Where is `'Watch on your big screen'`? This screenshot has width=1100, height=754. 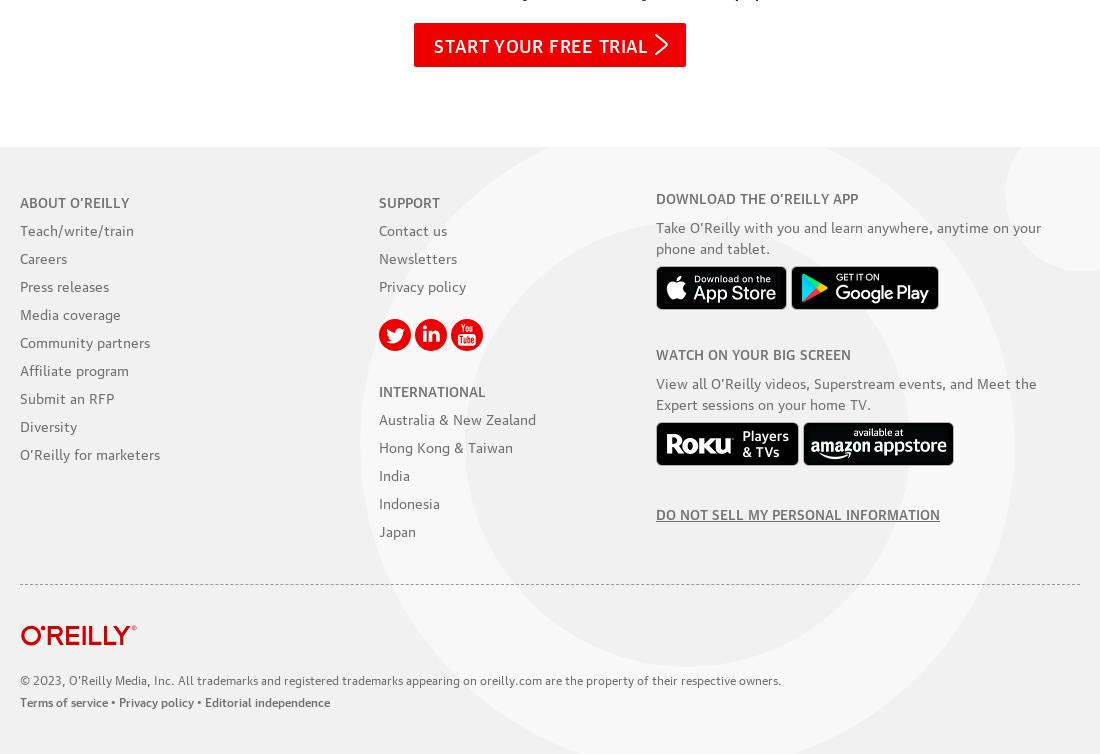 'Watch on your big screen' is located at coordinates (656, 350).